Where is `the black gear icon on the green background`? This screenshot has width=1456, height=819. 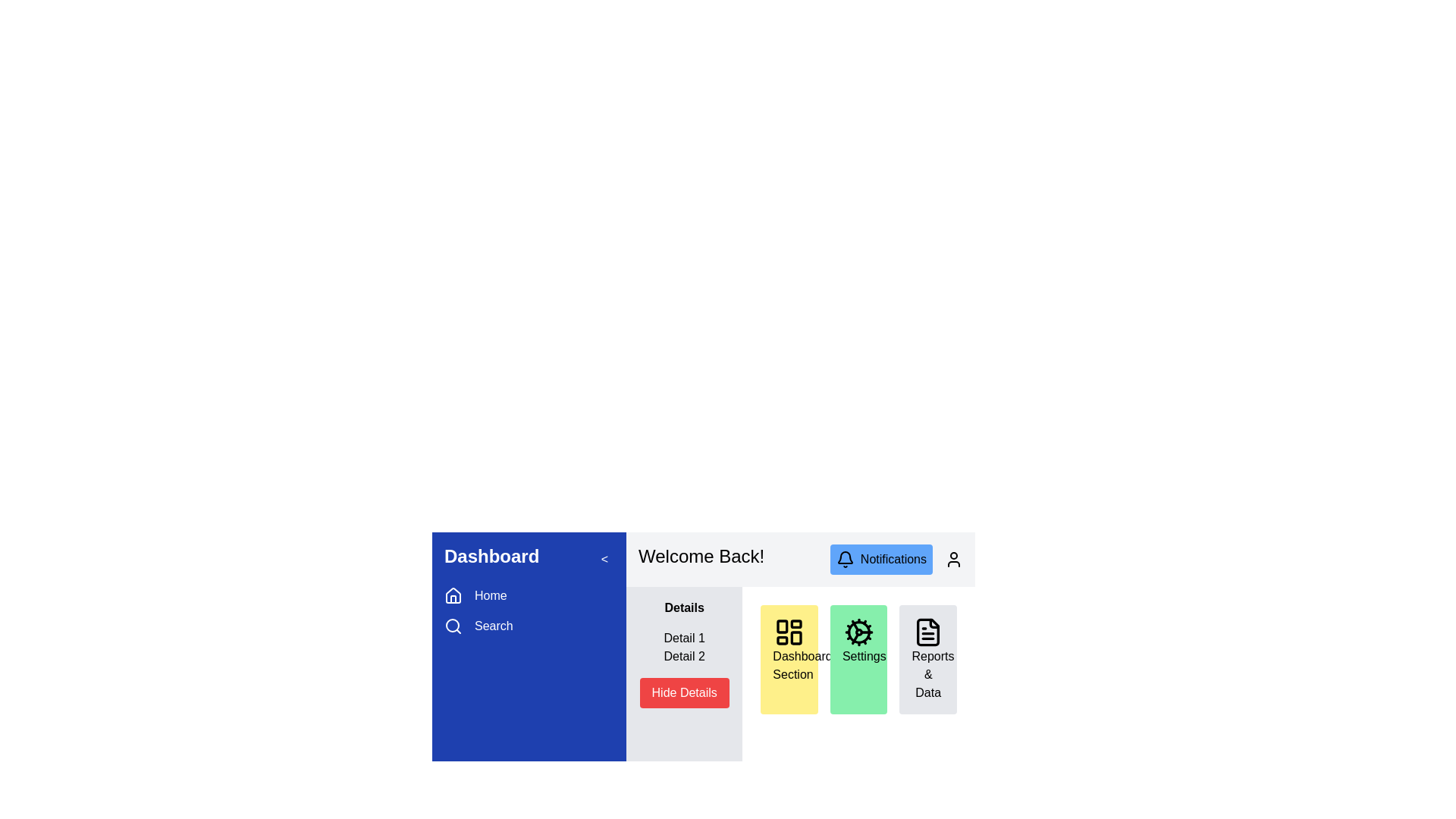 the black gear icon on the green background is located at coordinates (858, 632).